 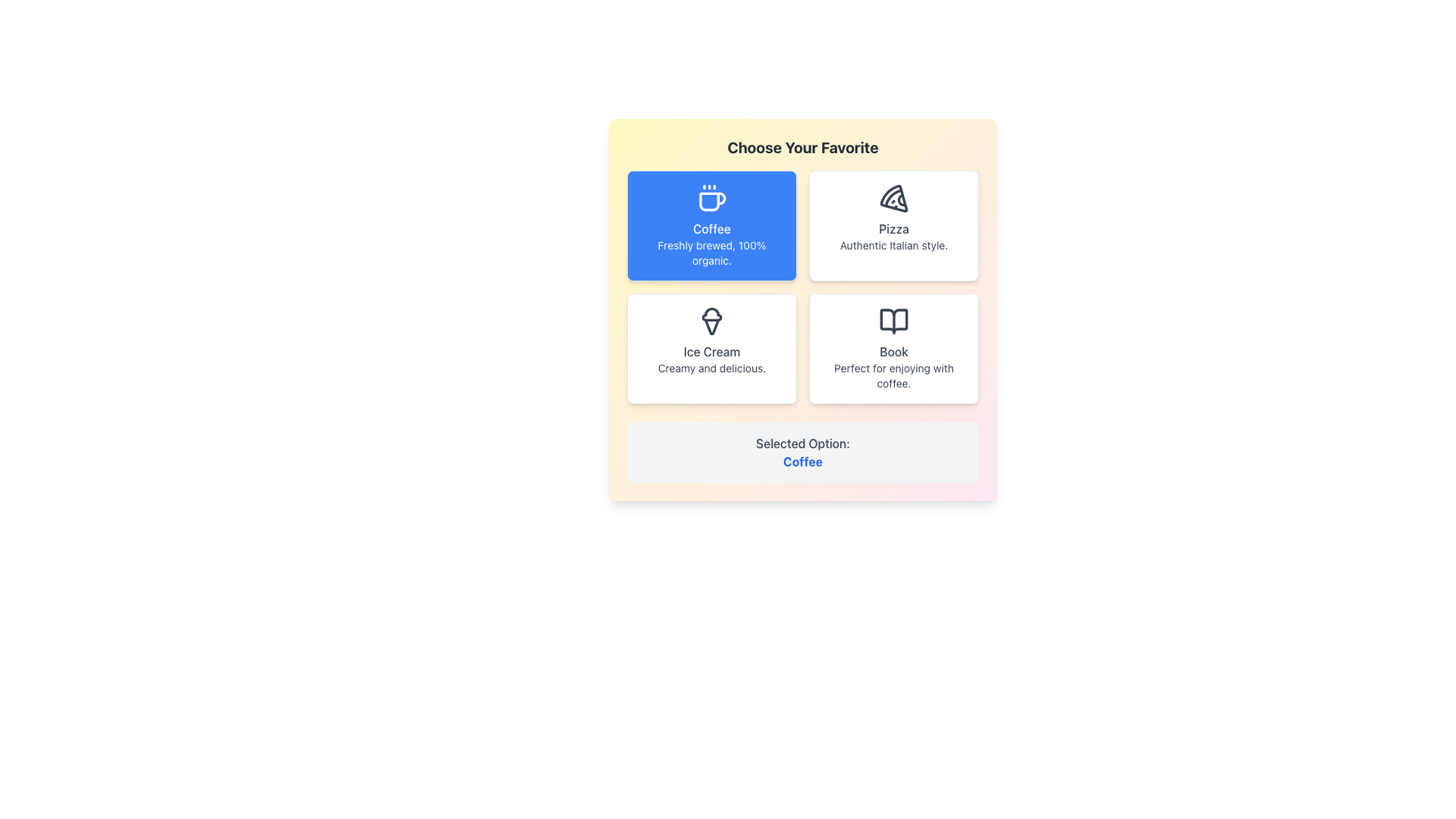 I want to click on text label located directly underneath the pizza icon and above the text 'Authentic Italian style' in the top-right quadrant of the selection grid, so click(x=894, y=228).